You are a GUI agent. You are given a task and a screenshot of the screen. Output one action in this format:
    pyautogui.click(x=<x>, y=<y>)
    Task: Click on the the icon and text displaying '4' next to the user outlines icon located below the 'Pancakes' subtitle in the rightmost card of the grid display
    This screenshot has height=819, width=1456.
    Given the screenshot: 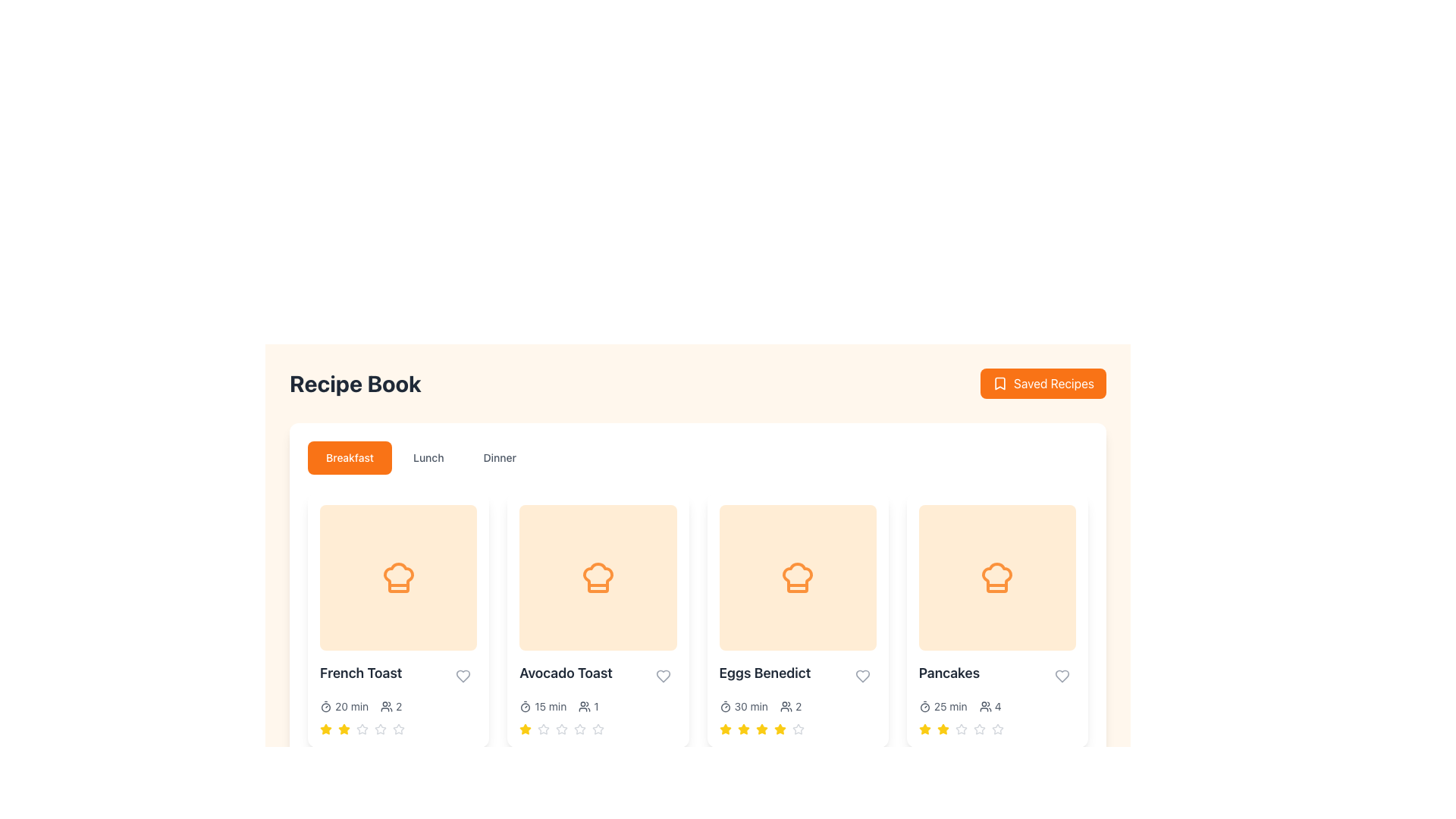 What is the action you would take?
    pyautogui.click(x=990, y=707)
    